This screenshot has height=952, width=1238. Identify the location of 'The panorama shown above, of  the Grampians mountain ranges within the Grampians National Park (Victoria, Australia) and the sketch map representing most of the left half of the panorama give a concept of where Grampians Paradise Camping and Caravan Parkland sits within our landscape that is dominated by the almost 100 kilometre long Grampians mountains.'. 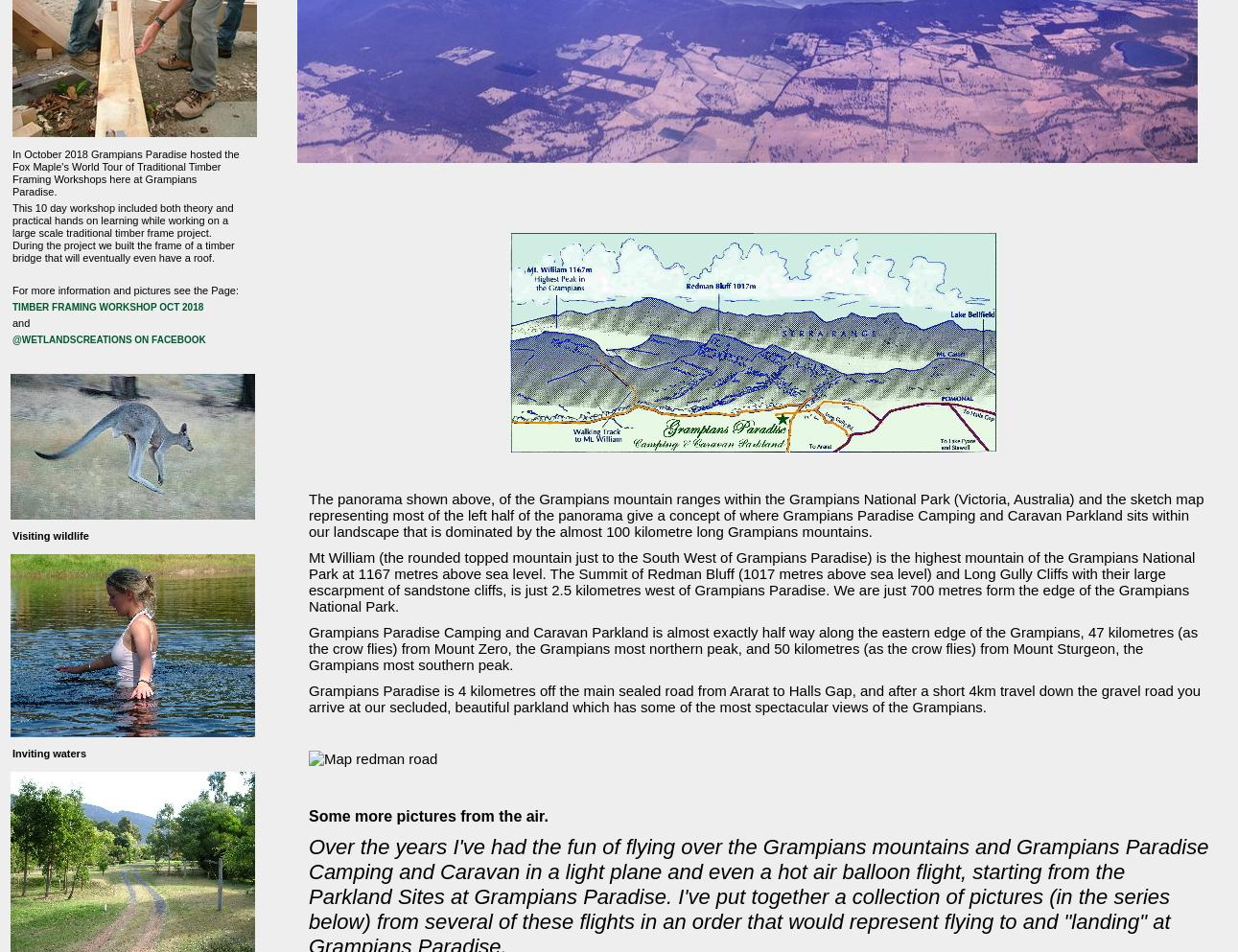
(756, 514).